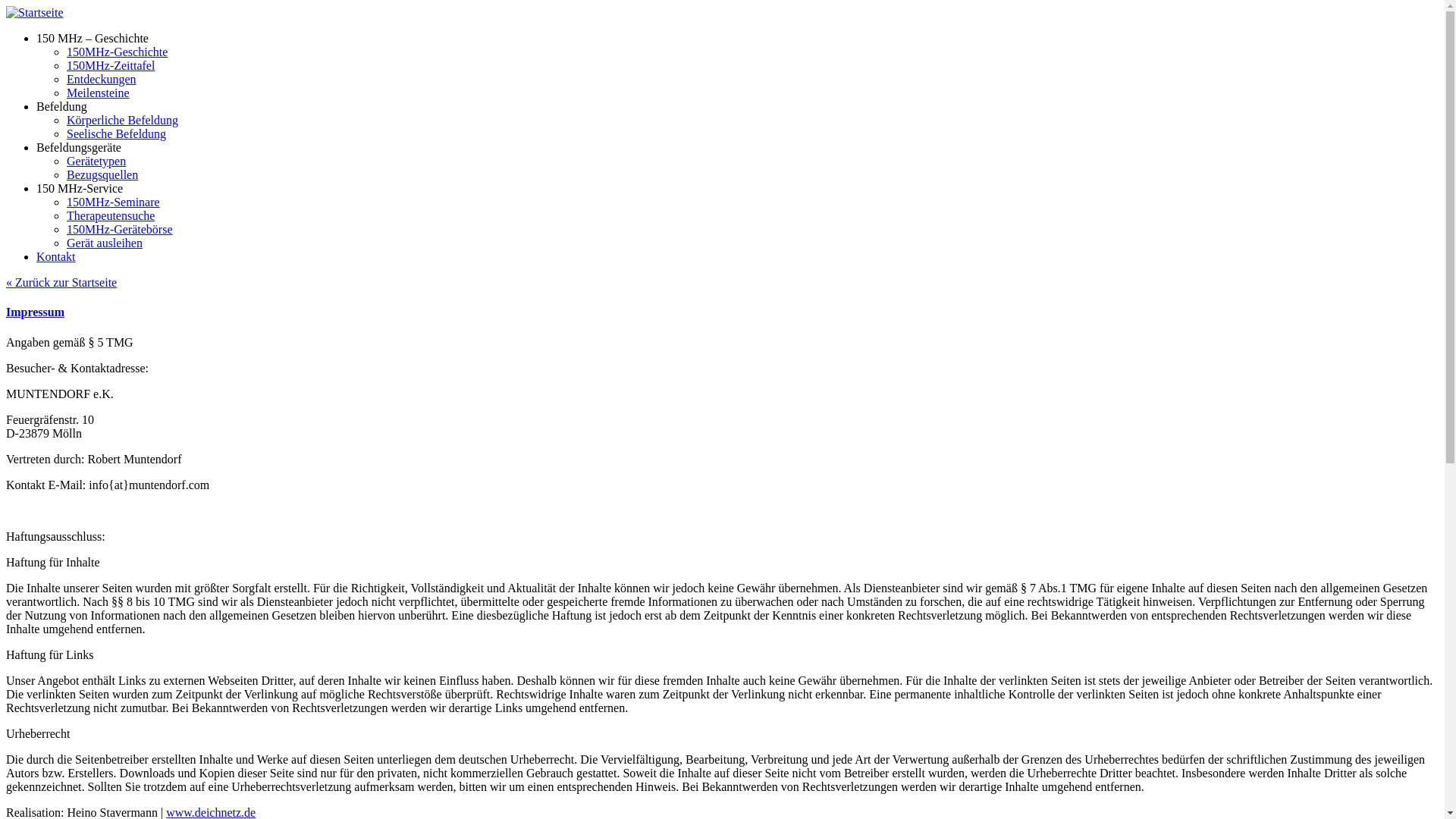  Describe the element at coordinates (109, 215) in the screenshot. I see `'Therapeutensuche'` at that location.